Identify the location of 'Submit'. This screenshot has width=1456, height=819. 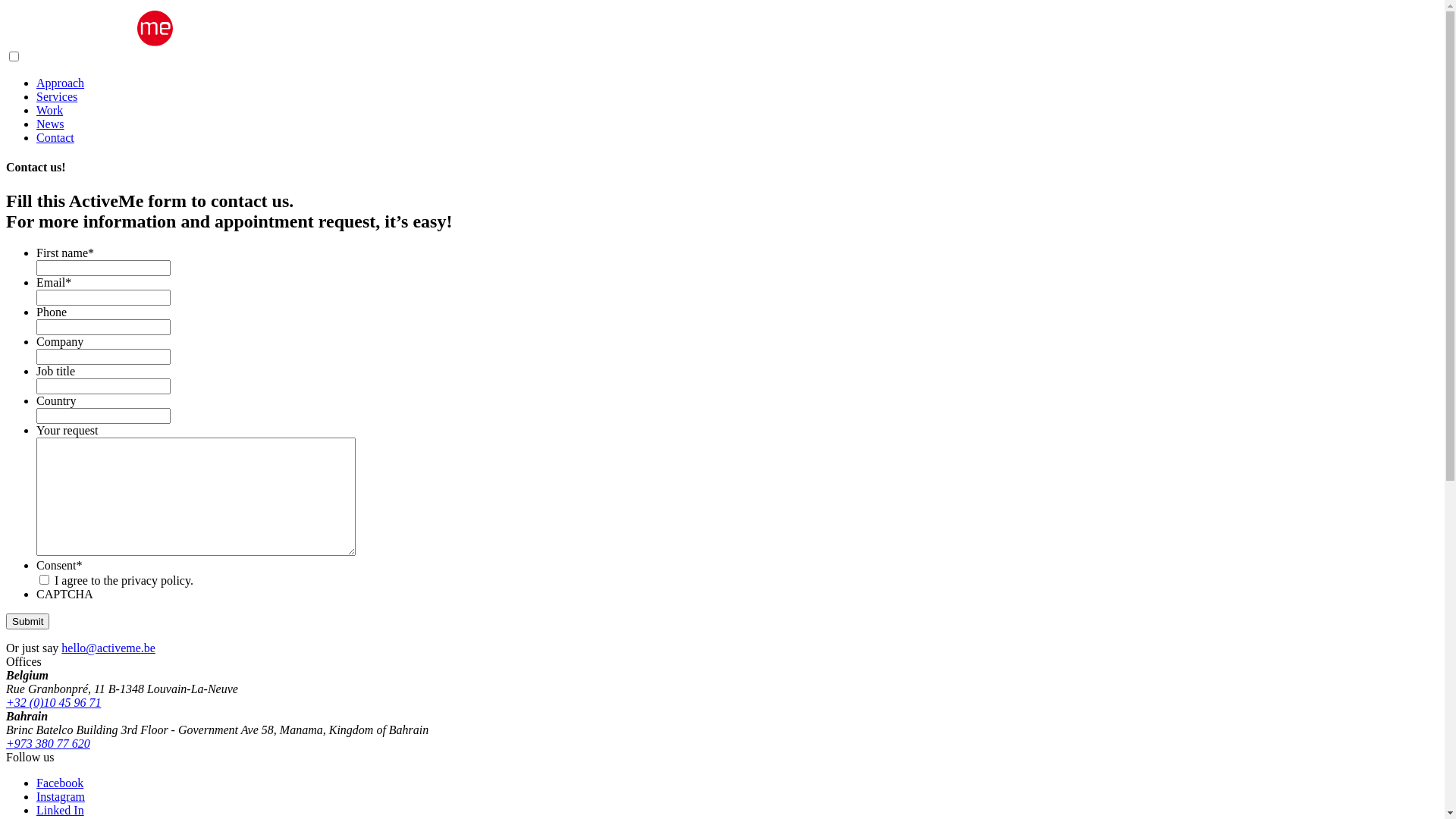
(27, 621).